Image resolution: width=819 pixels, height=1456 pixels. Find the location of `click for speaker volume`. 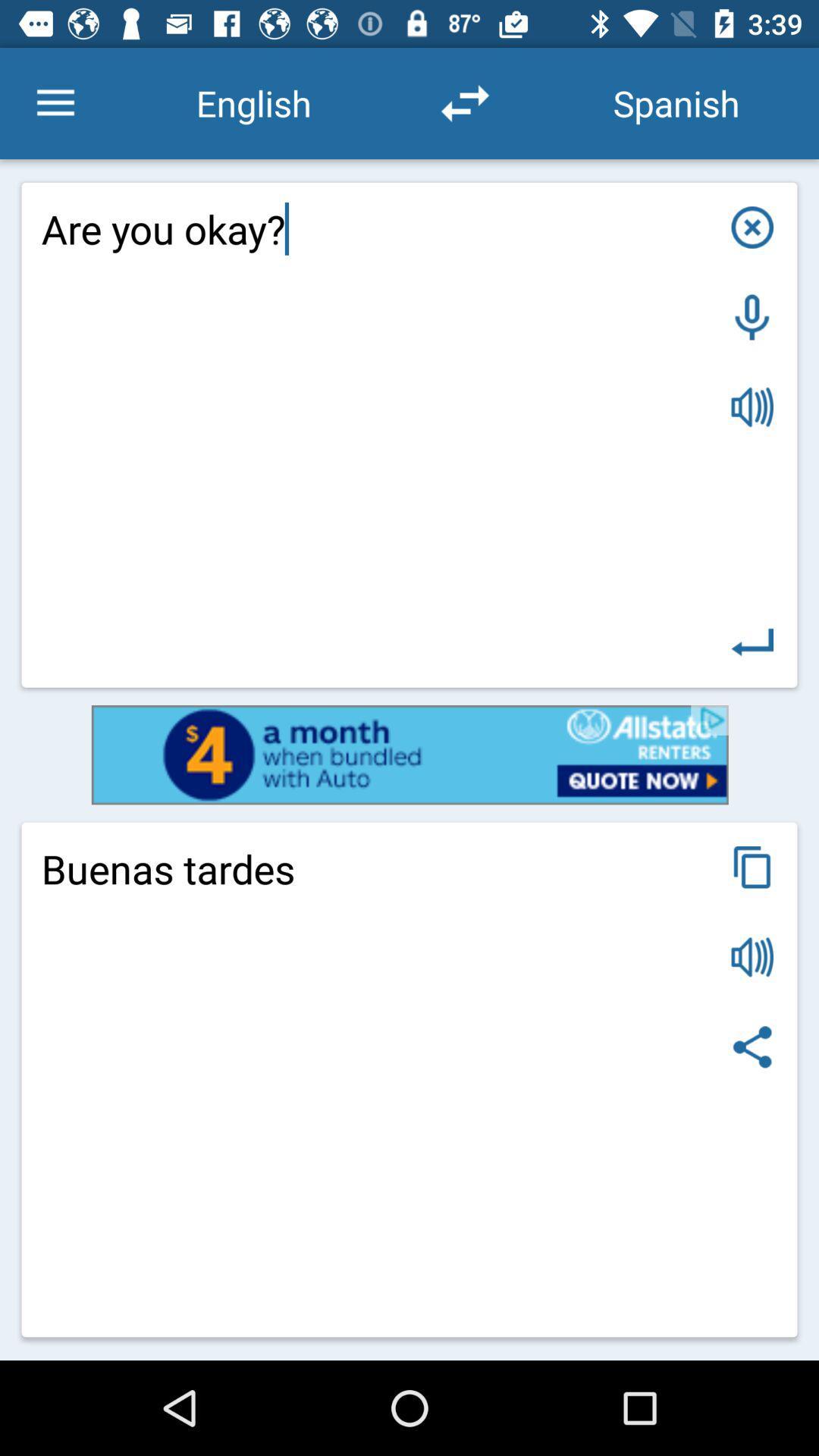

click for speaker volume is located at coordinates (752, 956).